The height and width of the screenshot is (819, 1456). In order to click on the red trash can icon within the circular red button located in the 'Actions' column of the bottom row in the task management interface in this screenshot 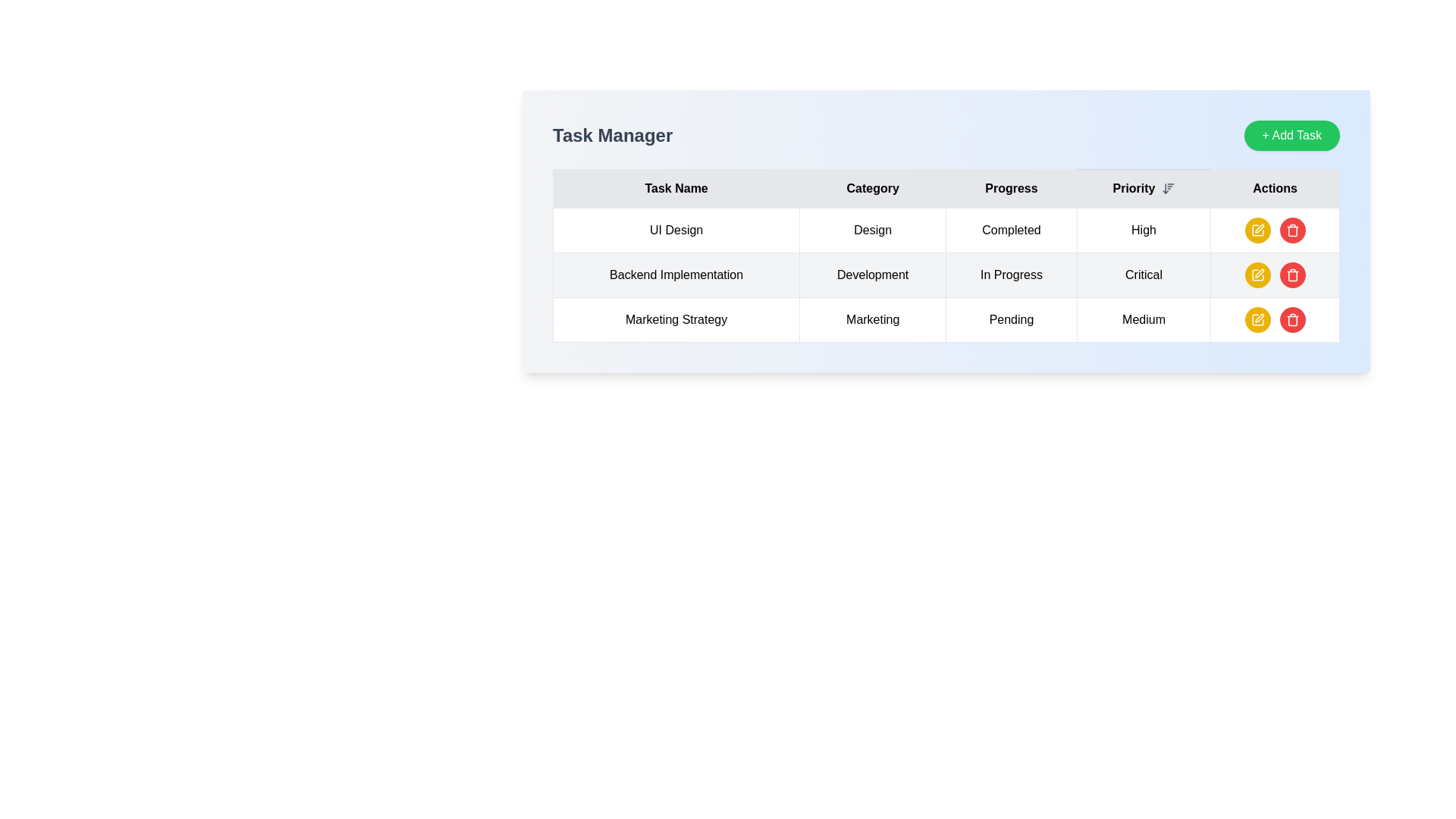, I will do `click(1291, 318)`.